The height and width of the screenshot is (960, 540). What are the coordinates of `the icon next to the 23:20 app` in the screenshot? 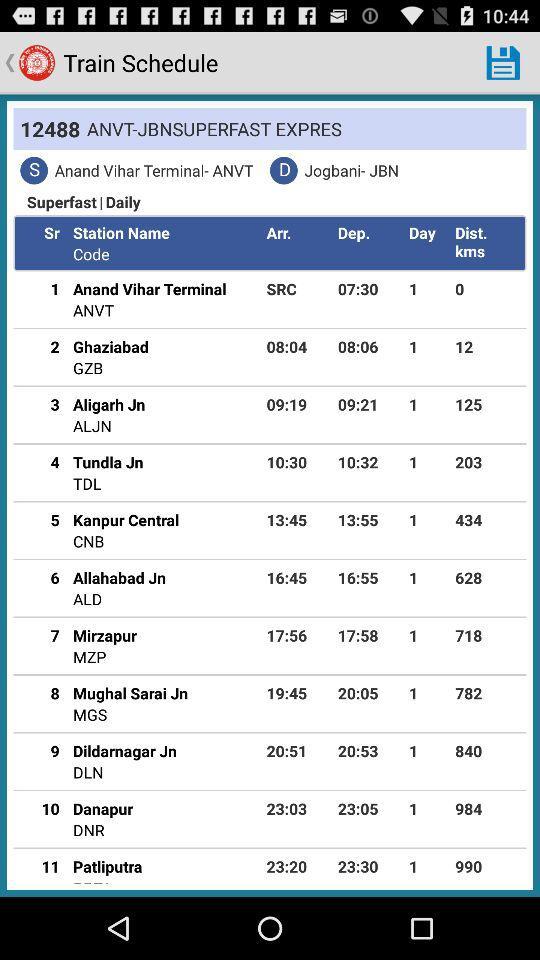 It's located at (91, 879).